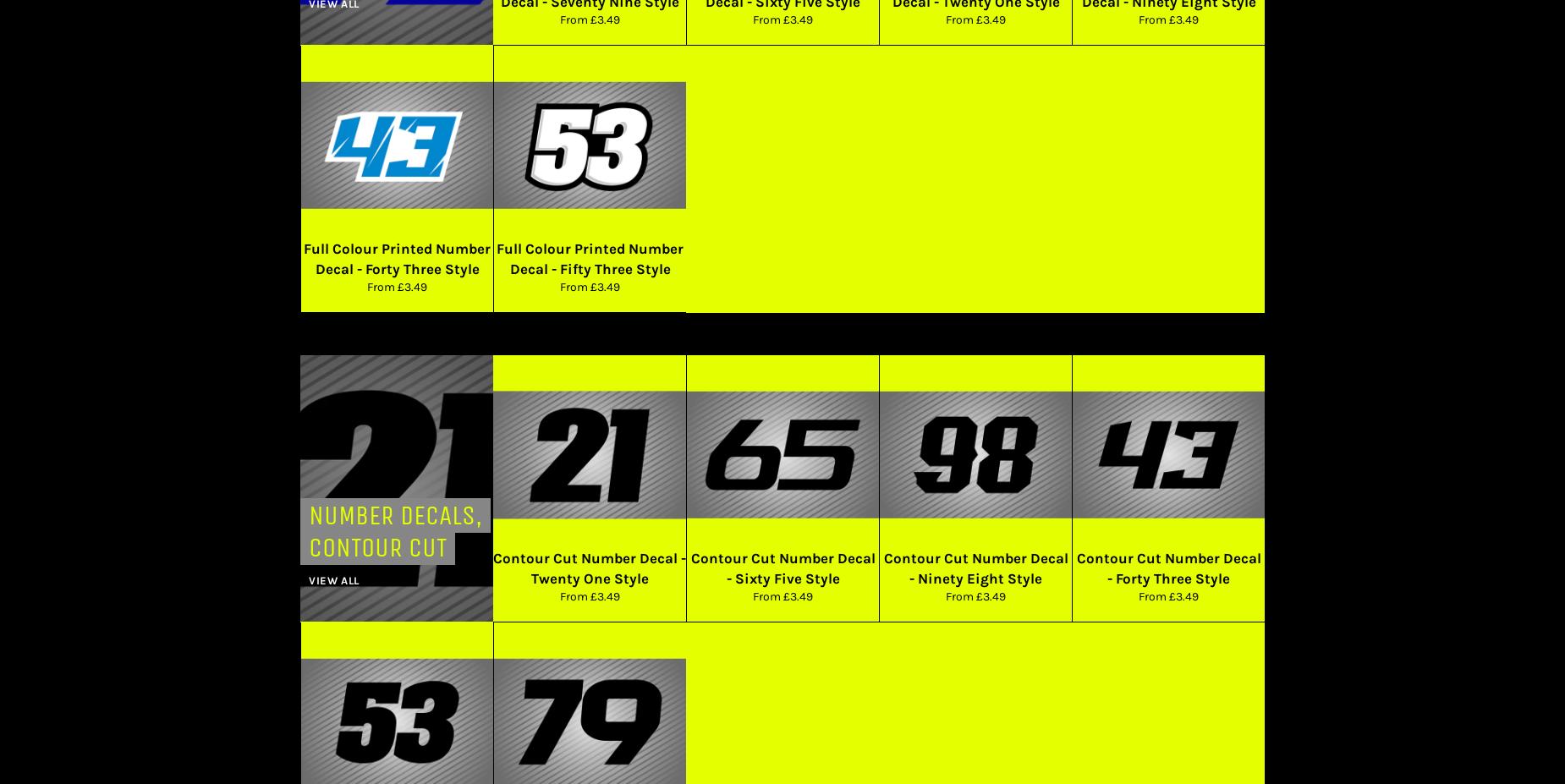 The height and width of the screenshot is (784, 1565). I want to click on 'Number Decals, Contour Cut', so click(395, 530).